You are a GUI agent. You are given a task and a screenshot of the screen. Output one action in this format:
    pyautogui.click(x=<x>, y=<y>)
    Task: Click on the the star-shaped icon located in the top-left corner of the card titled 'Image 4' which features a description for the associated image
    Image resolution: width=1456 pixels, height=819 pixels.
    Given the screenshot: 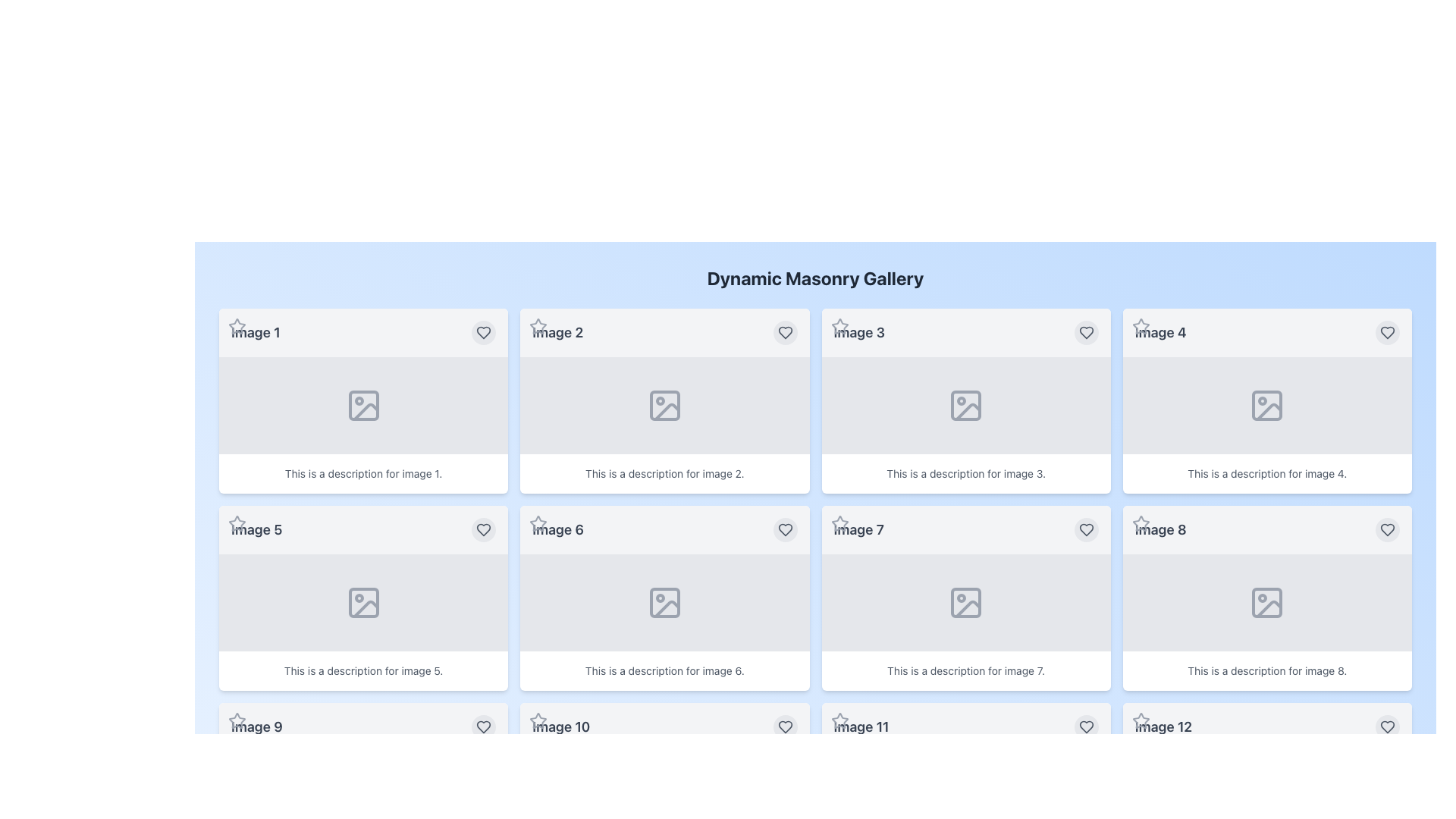 What is the action you would take?
    pyautogui.click(x=1141, y=326)
    